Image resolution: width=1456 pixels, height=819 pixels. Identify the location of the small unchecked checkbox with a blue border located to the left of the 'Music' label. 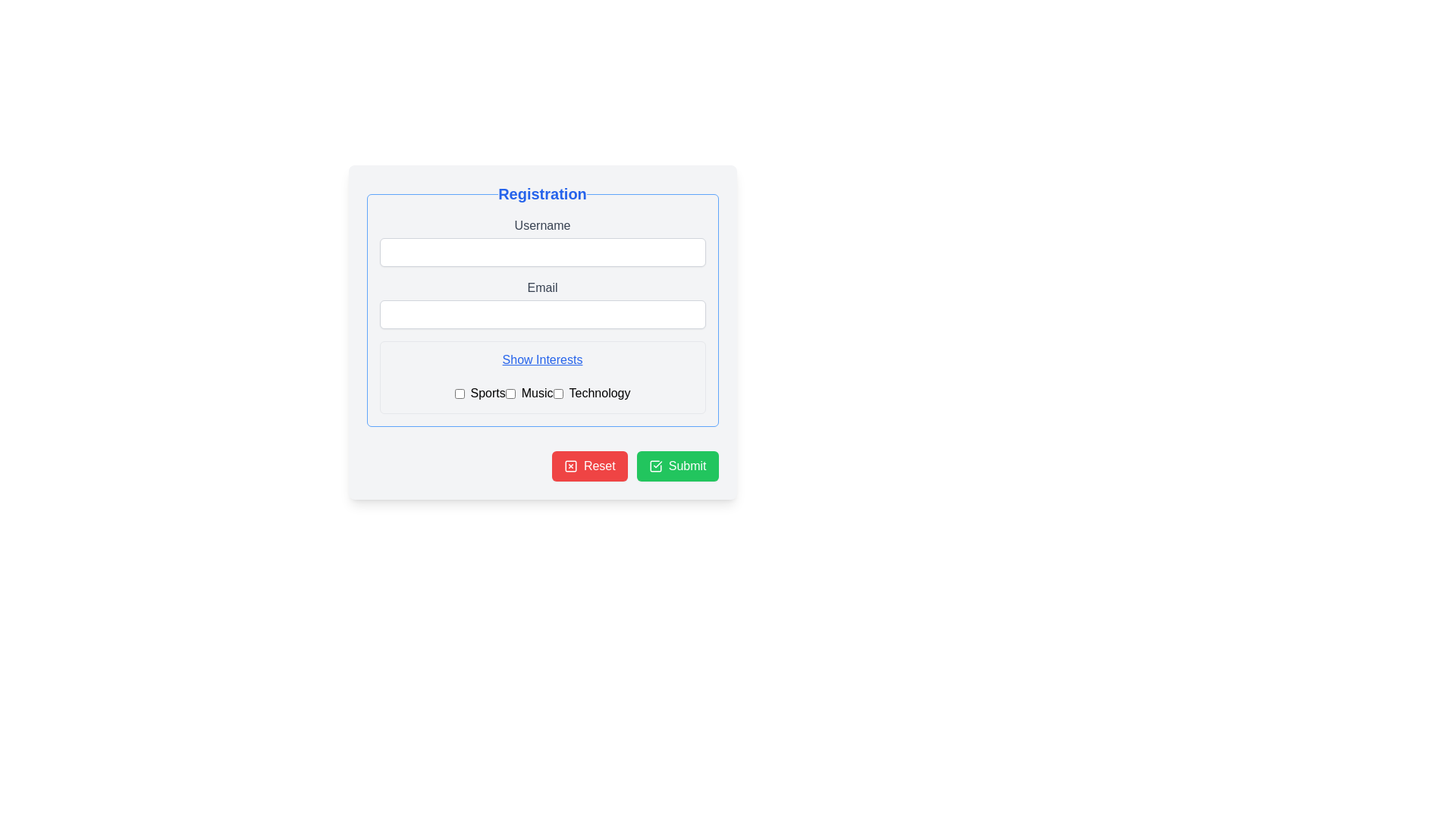
(510, 393).